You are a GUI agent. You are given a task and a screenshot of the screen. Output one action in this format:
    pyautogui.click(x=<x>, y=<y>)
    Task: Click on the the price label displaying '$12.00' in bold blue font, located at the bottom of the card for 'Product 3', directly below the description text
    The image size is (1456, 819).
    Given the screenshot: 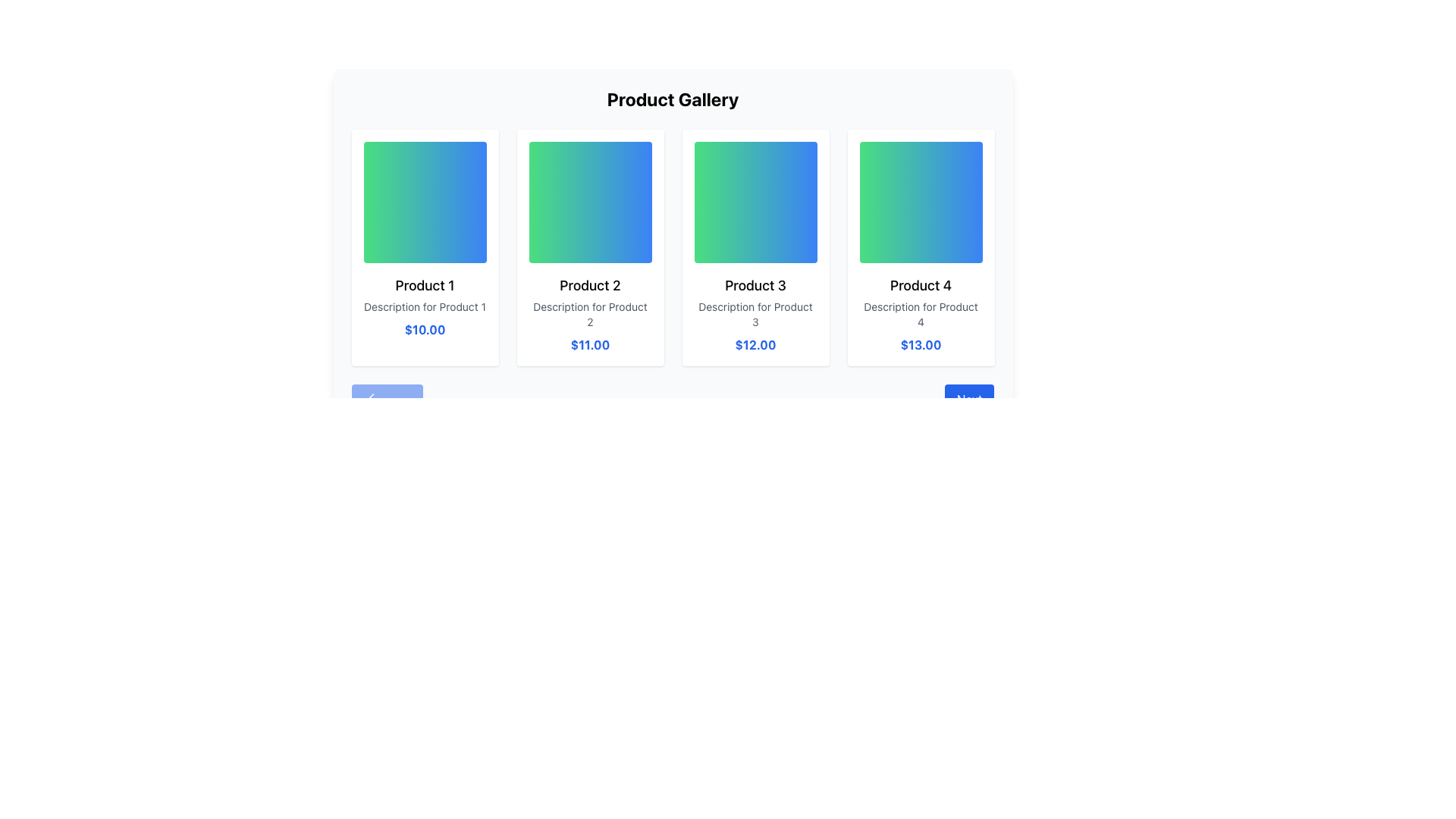 What is the action you would take?
    pyautogui.click(x=755, y=345)
    